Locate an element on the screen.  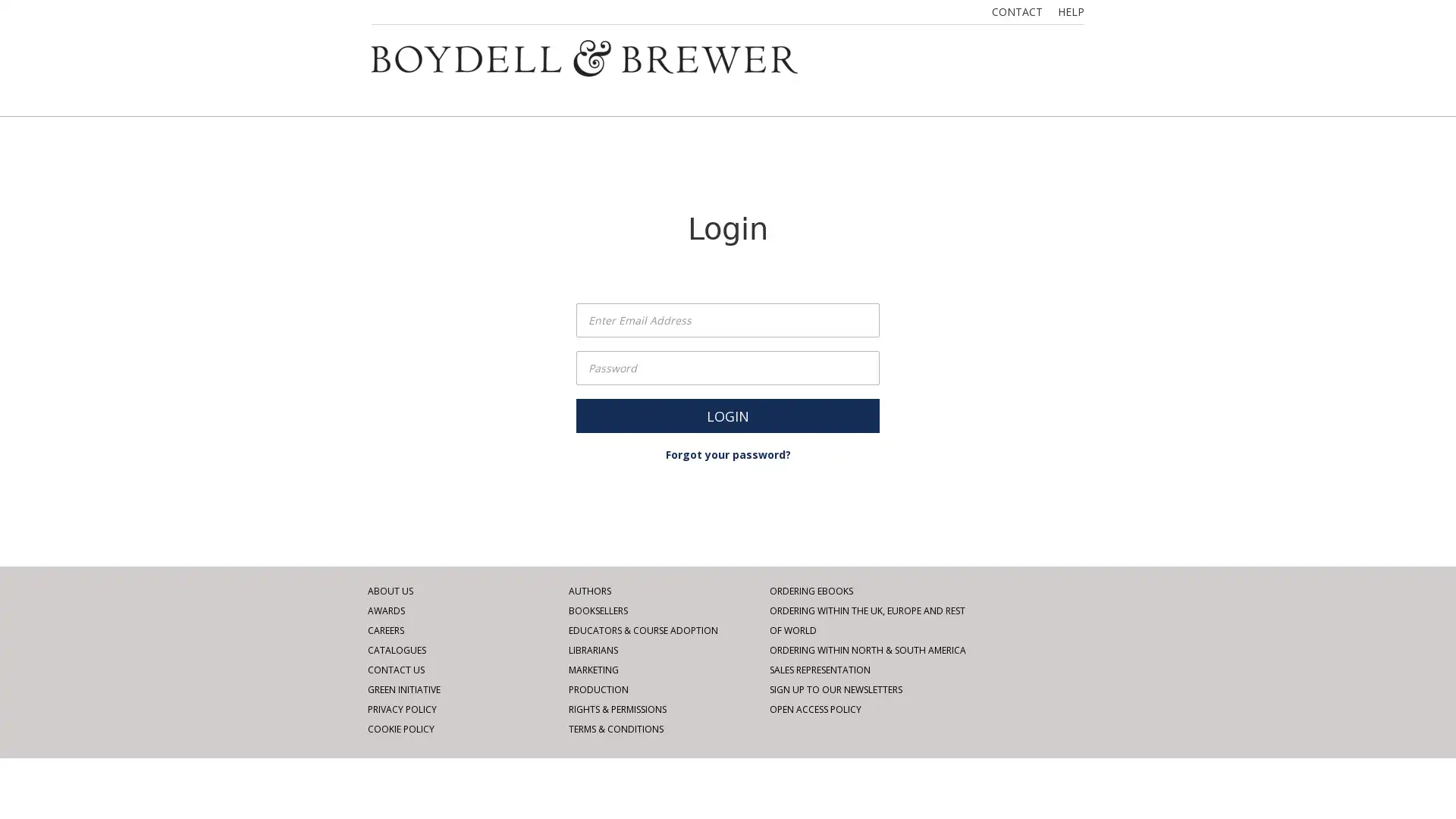
LOGIN is located at coordinates (728, 416).